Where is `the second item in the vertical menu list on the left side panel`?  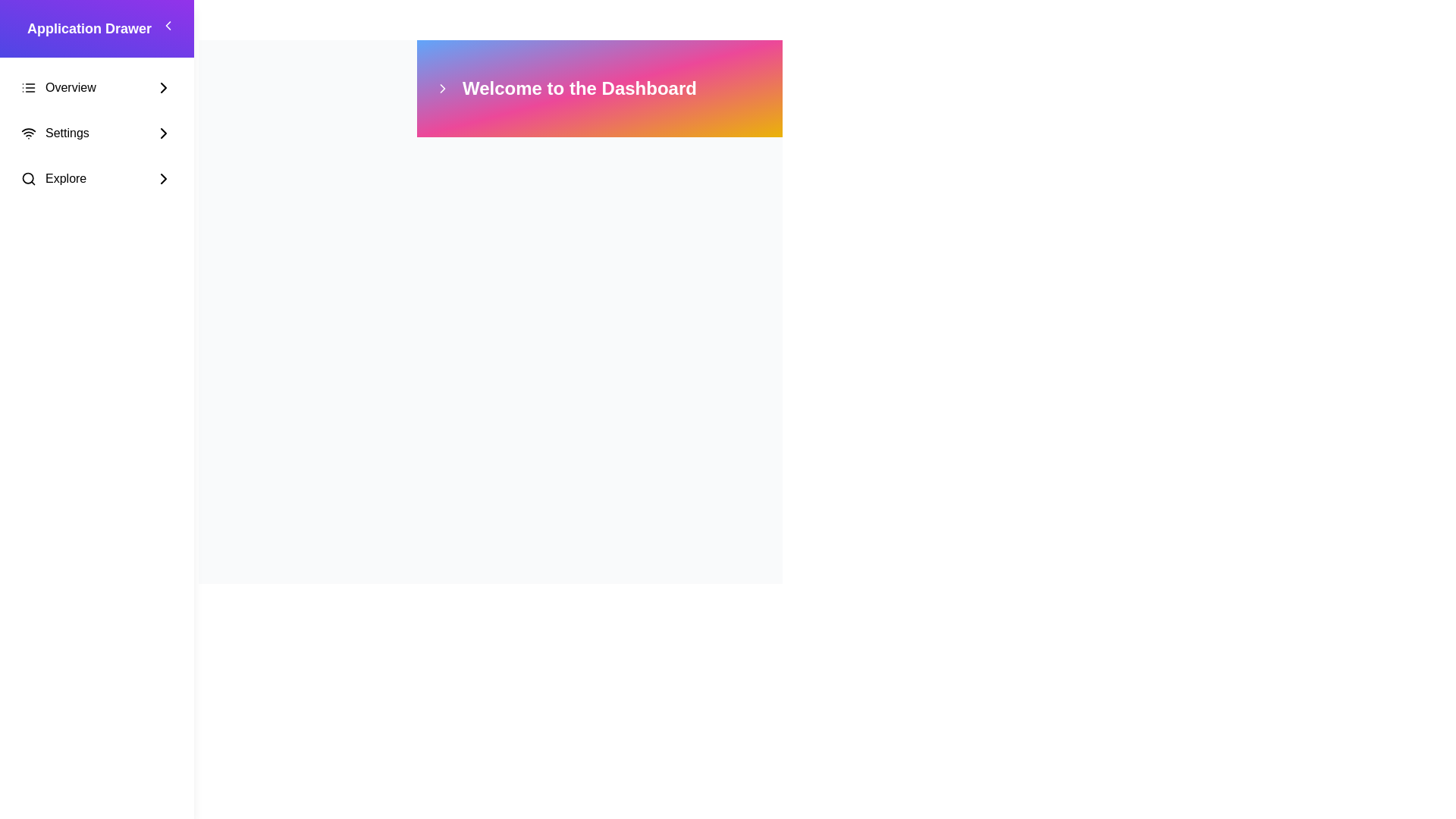 the second item in the vertical menu list on the left side panel is located at coordinates (96, 133).